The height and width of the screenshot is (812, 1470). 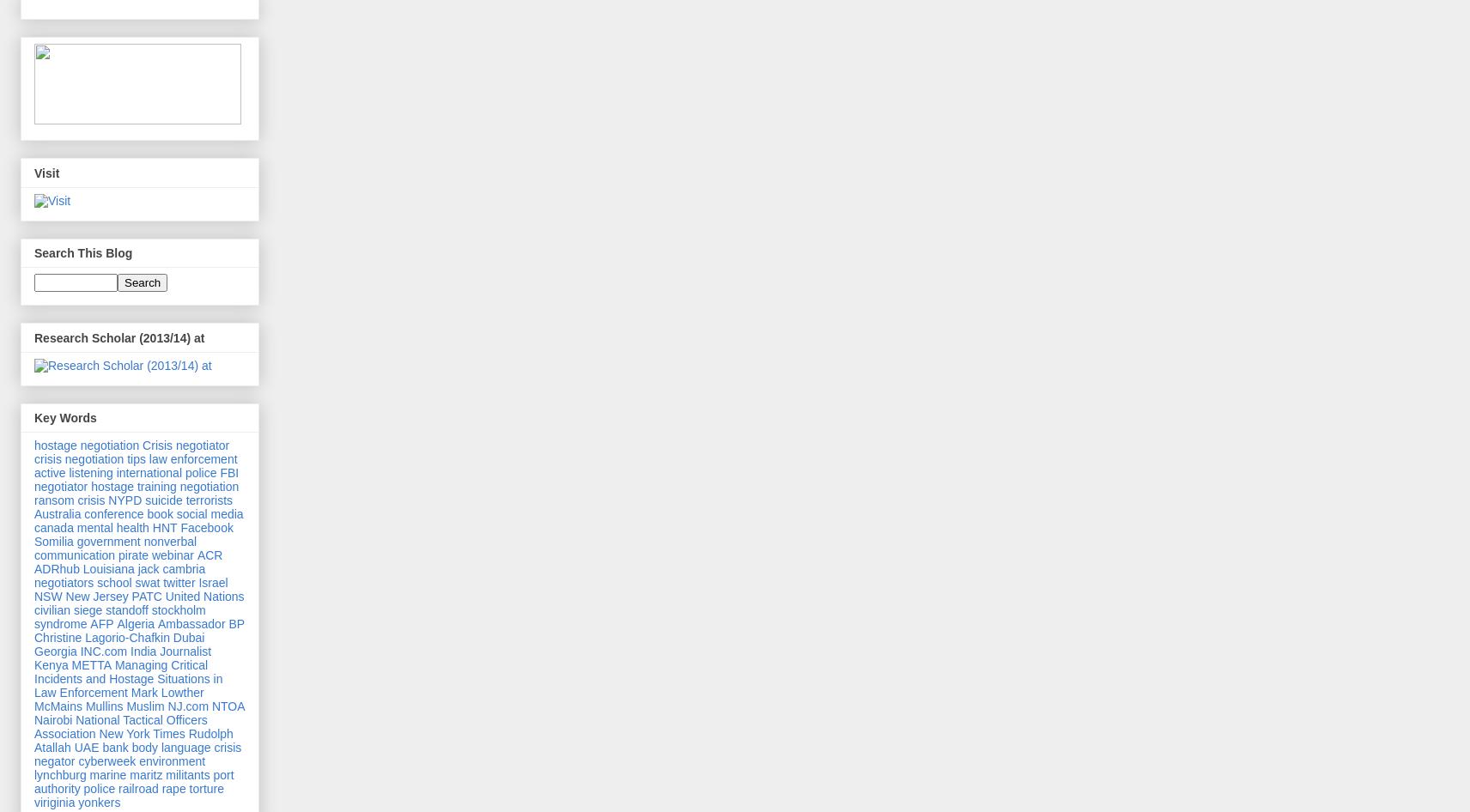 What do you see at coordinates (46, 597) in the screenshot?
I see `'NSW'` at bounding box center [46, 597].